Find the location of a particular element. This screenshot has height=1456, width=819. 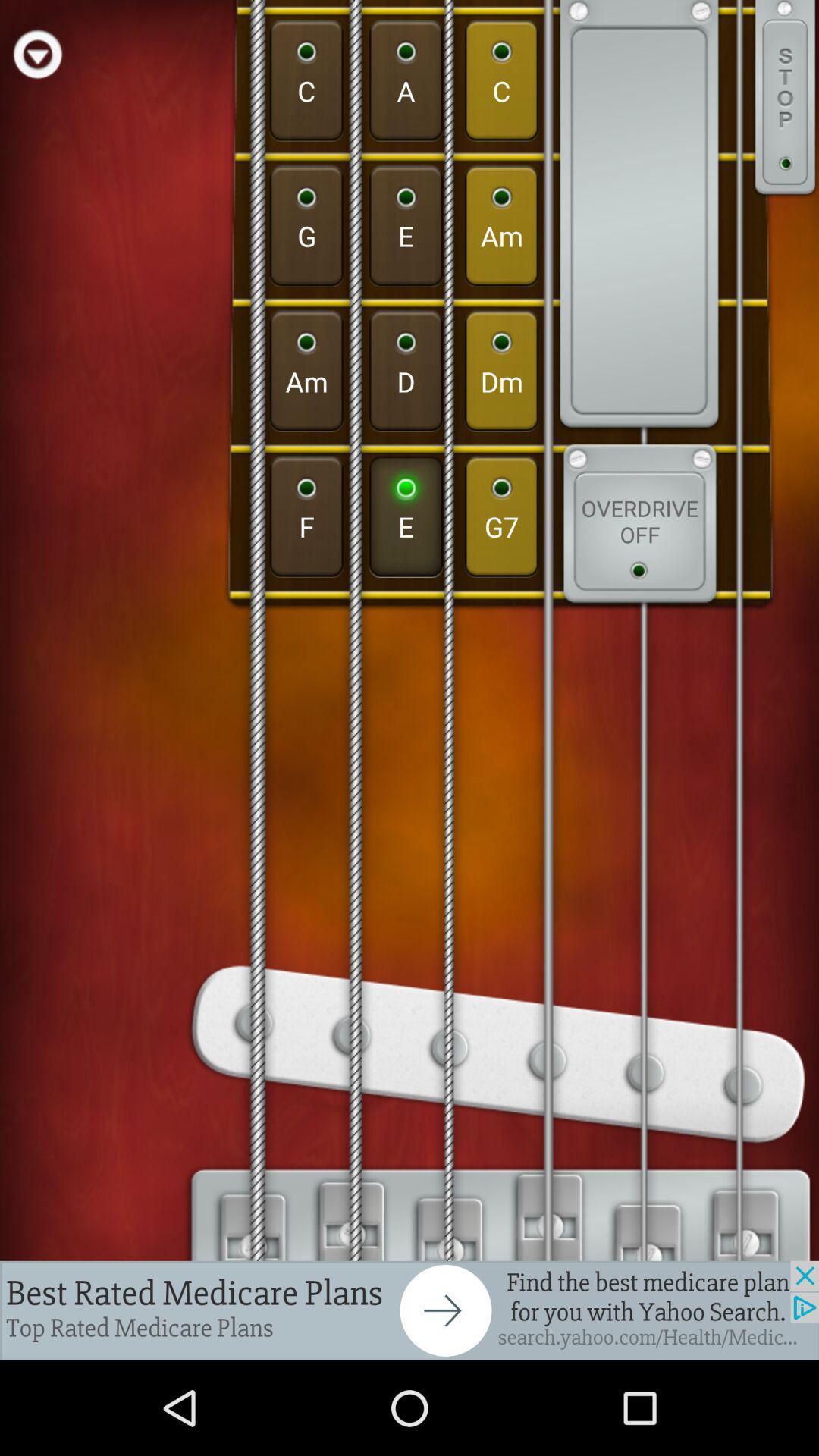

next is located at coordinates (409, 1310).